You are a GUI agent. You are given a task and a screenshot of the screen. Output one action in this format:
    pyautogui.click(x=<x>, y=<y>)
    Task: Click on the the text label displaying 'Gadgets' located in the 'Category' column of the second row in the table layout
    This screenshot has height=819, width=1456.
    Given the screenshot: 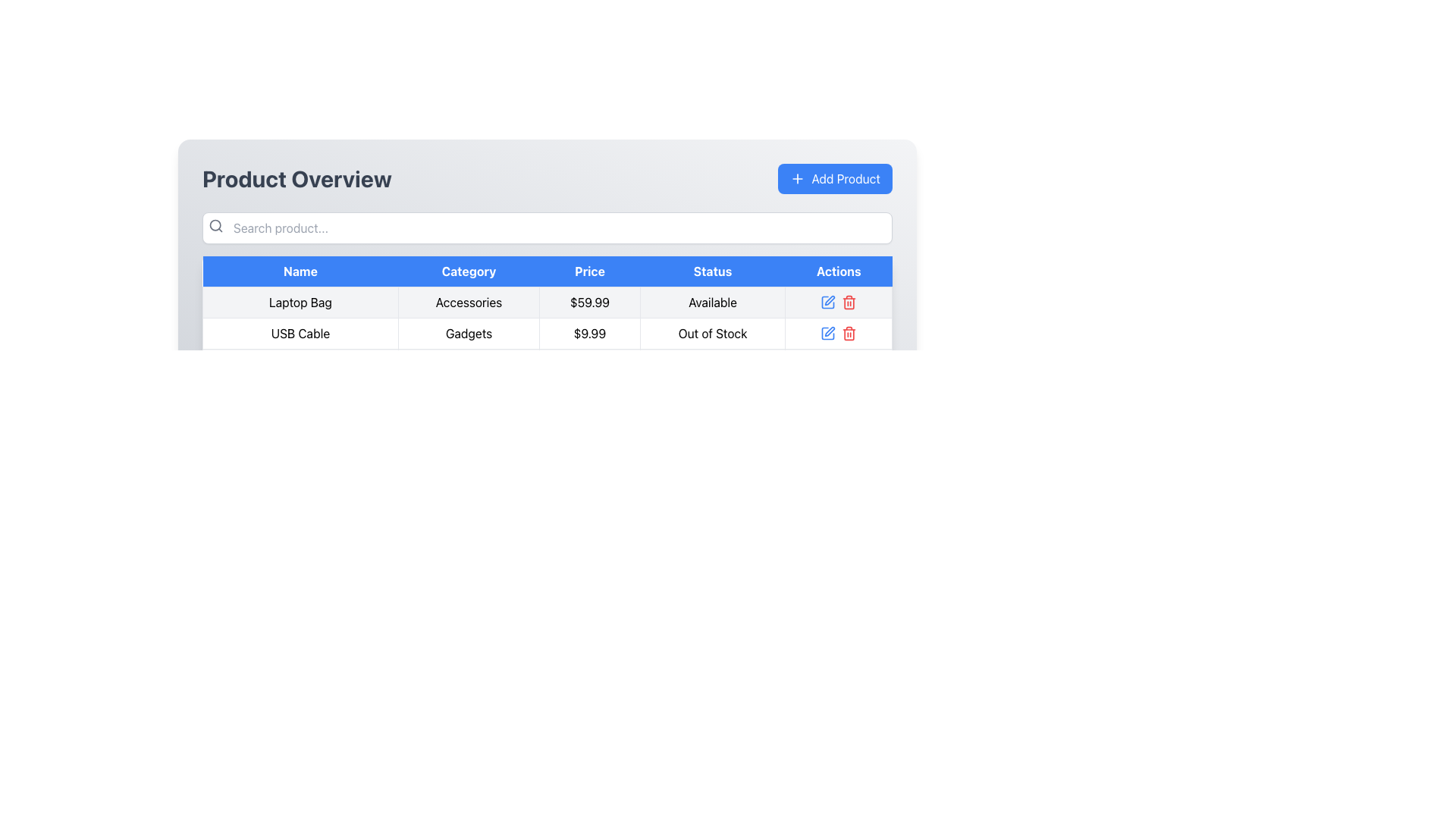 What is the action you would take?
    pyautogui.click(x=468, y=332)
    